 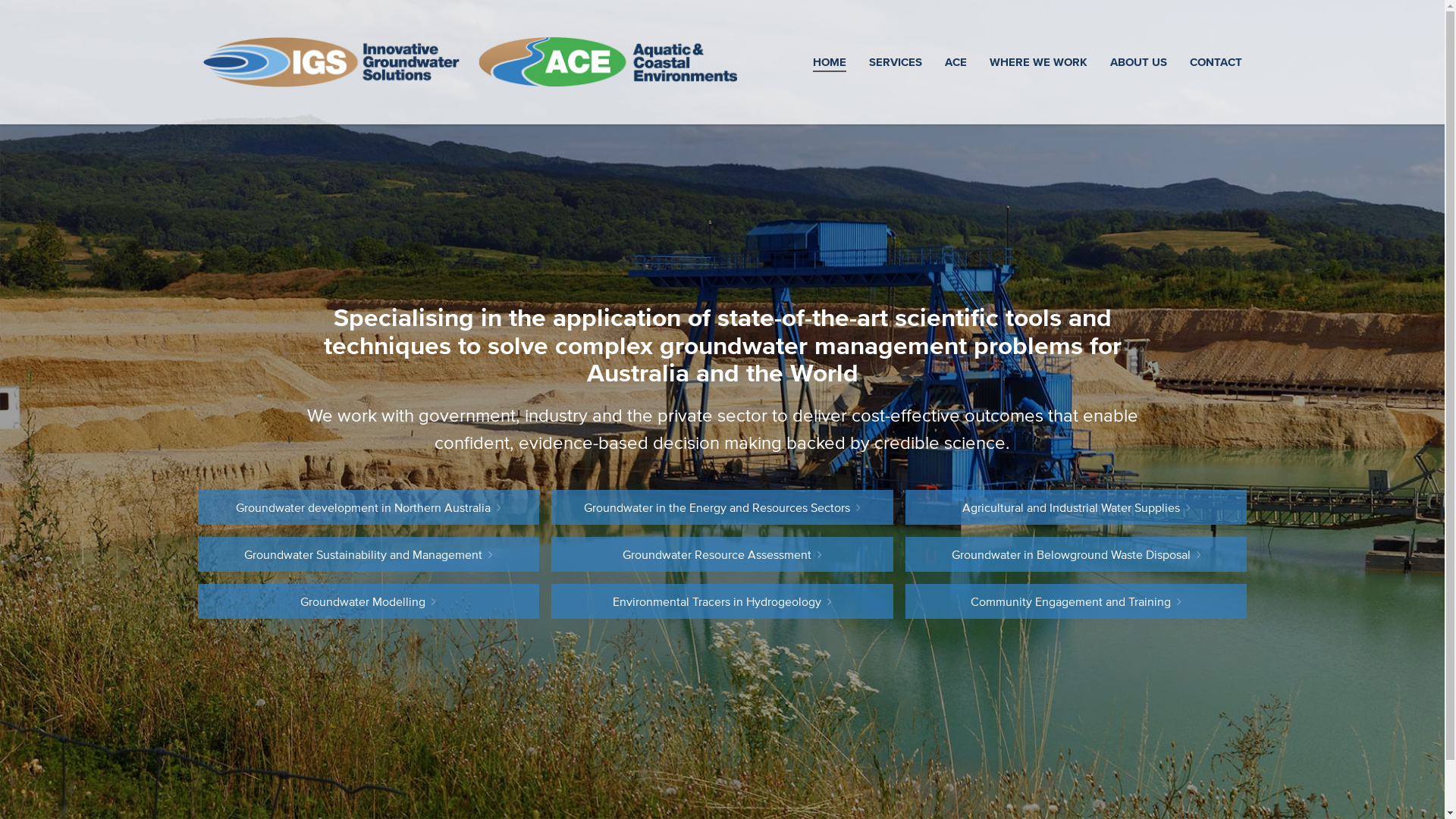 I want to click on 'Innovative Groundwater Solutions', so click(x=333, y=61).